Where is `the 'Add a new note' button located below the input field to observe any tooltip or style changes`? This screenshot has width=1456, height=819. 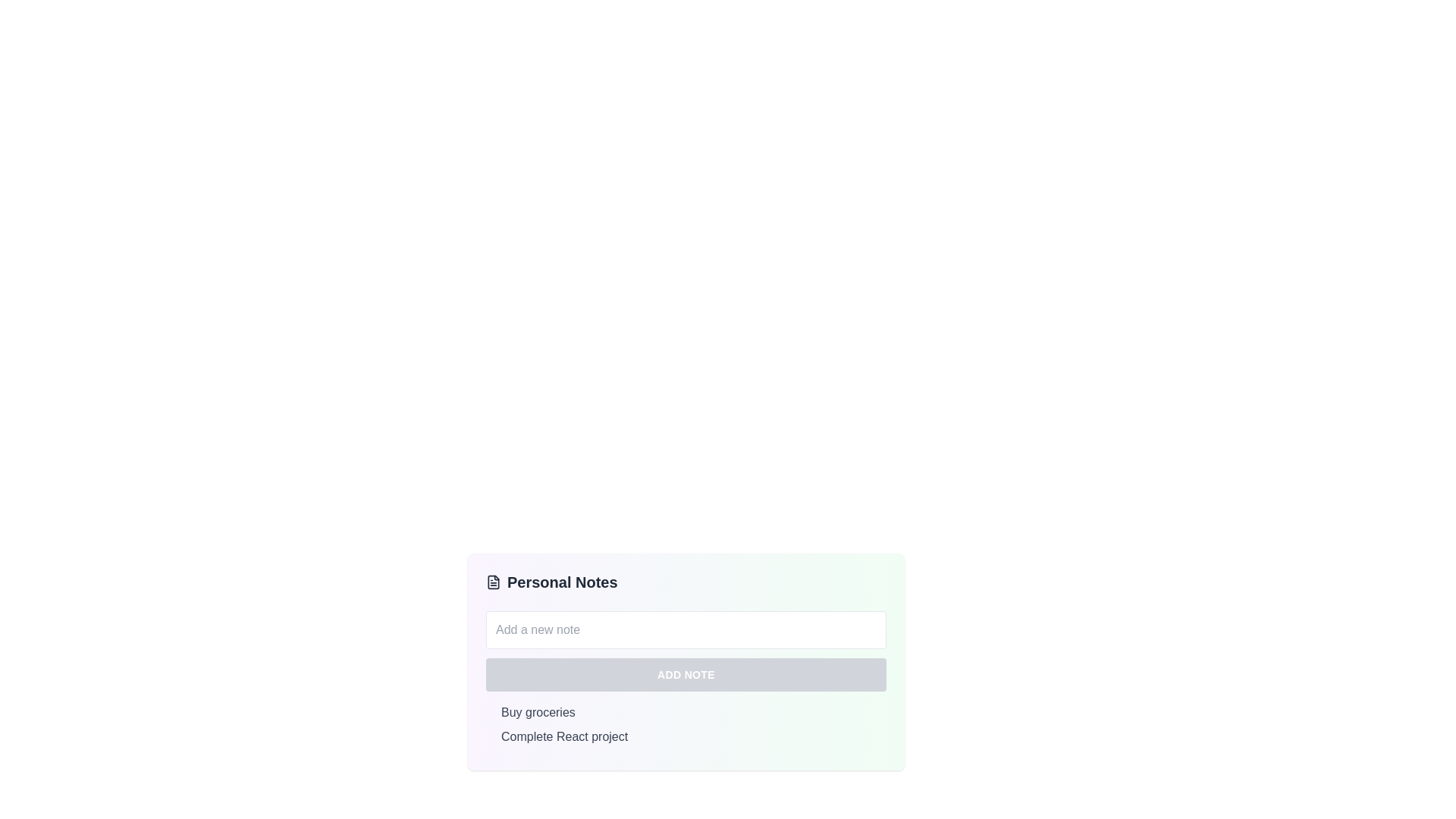
the 'Add a new note' button located below the input field to observe any tooltip or style changes is located at coordinates (686, 674).